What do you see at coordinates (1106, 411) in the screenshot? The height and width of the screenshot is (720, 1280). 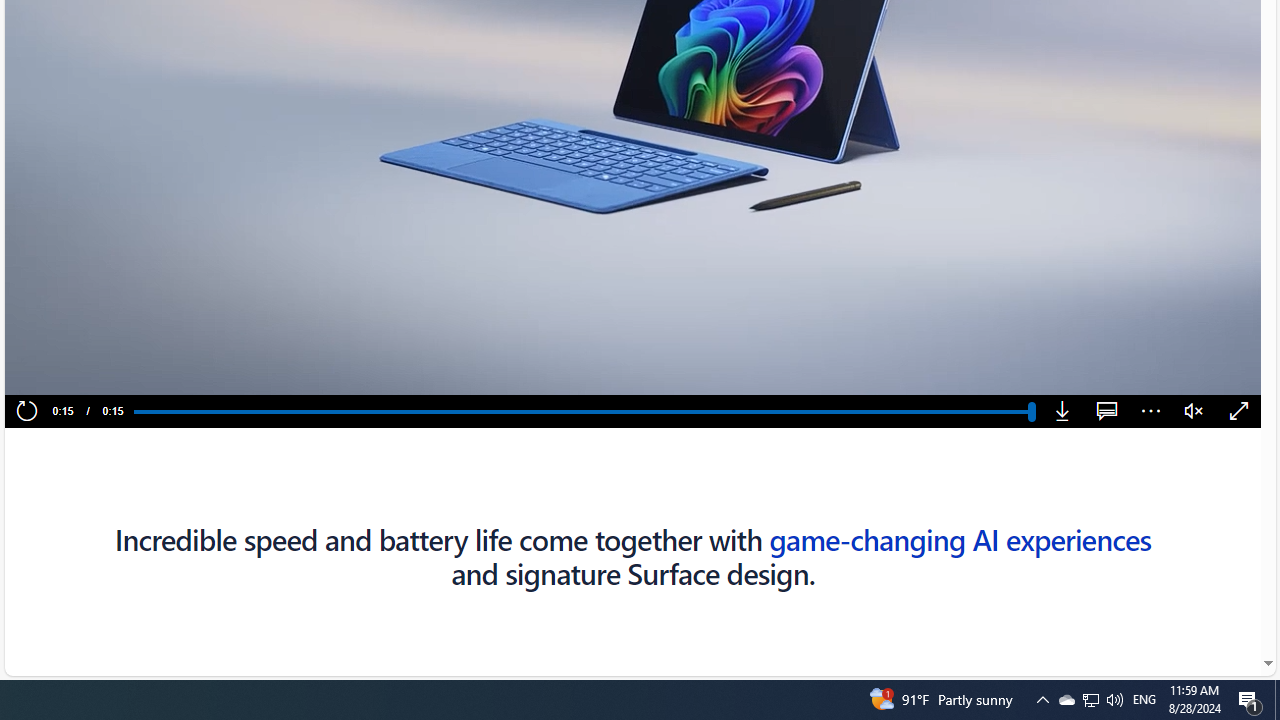 I see `'Captions'` at bounding box center [1106, 411].